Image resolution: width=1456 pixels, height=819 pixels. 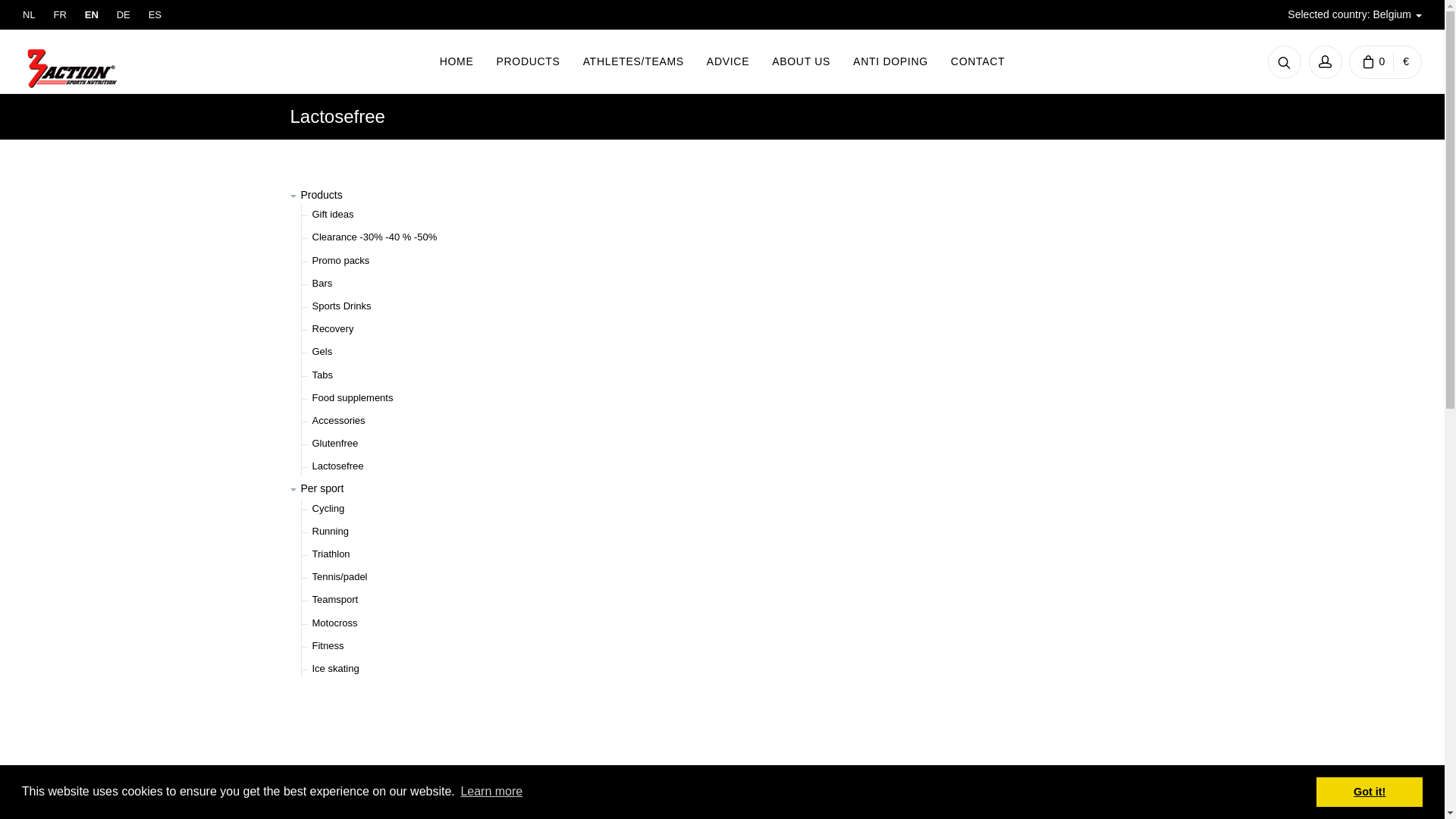 I want to click on 'Promo packs', so click(x=340, y=259).